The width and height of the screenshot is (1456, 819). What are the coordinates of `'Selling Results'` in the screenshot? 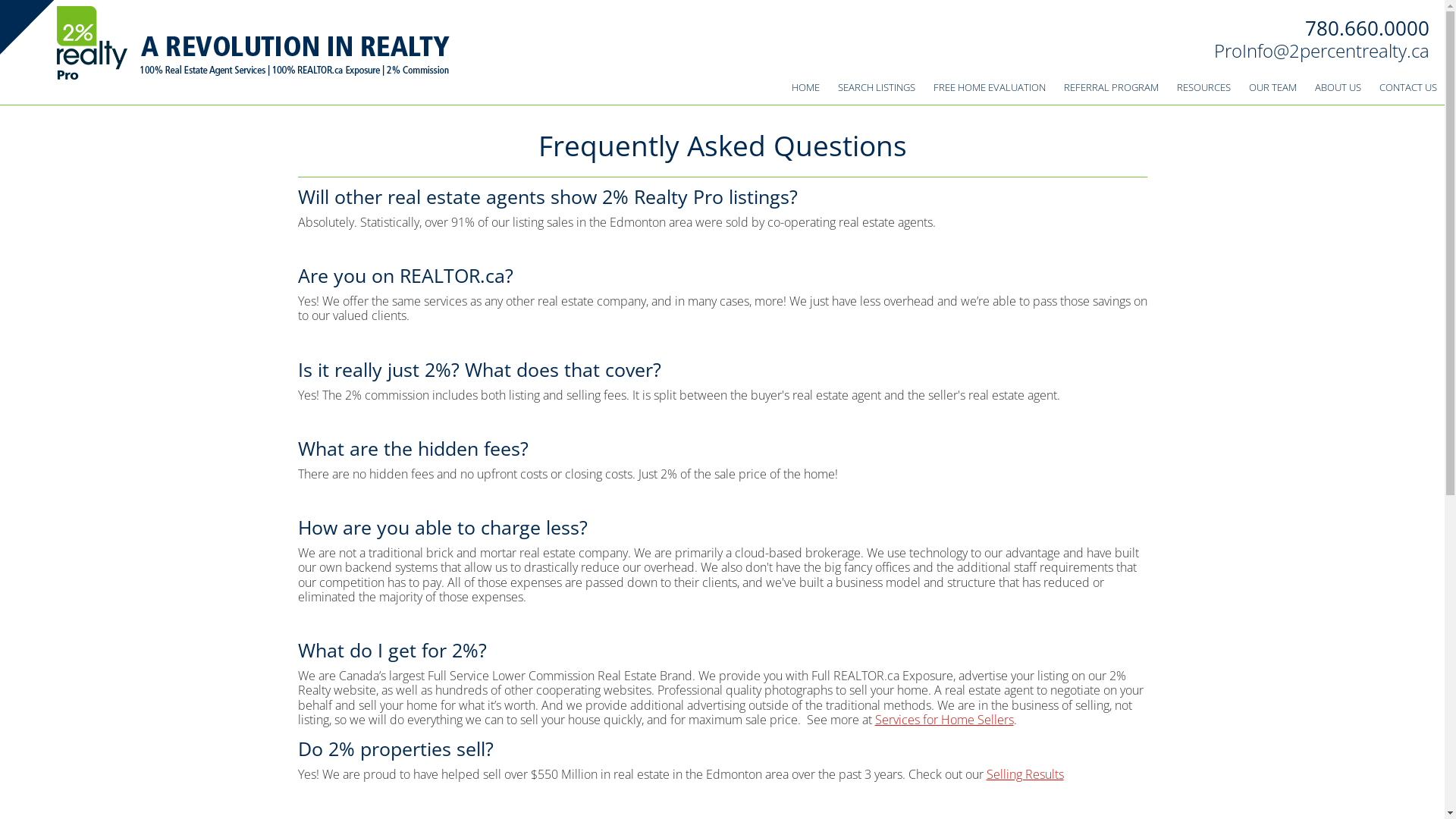 It's located at (1024, 774).